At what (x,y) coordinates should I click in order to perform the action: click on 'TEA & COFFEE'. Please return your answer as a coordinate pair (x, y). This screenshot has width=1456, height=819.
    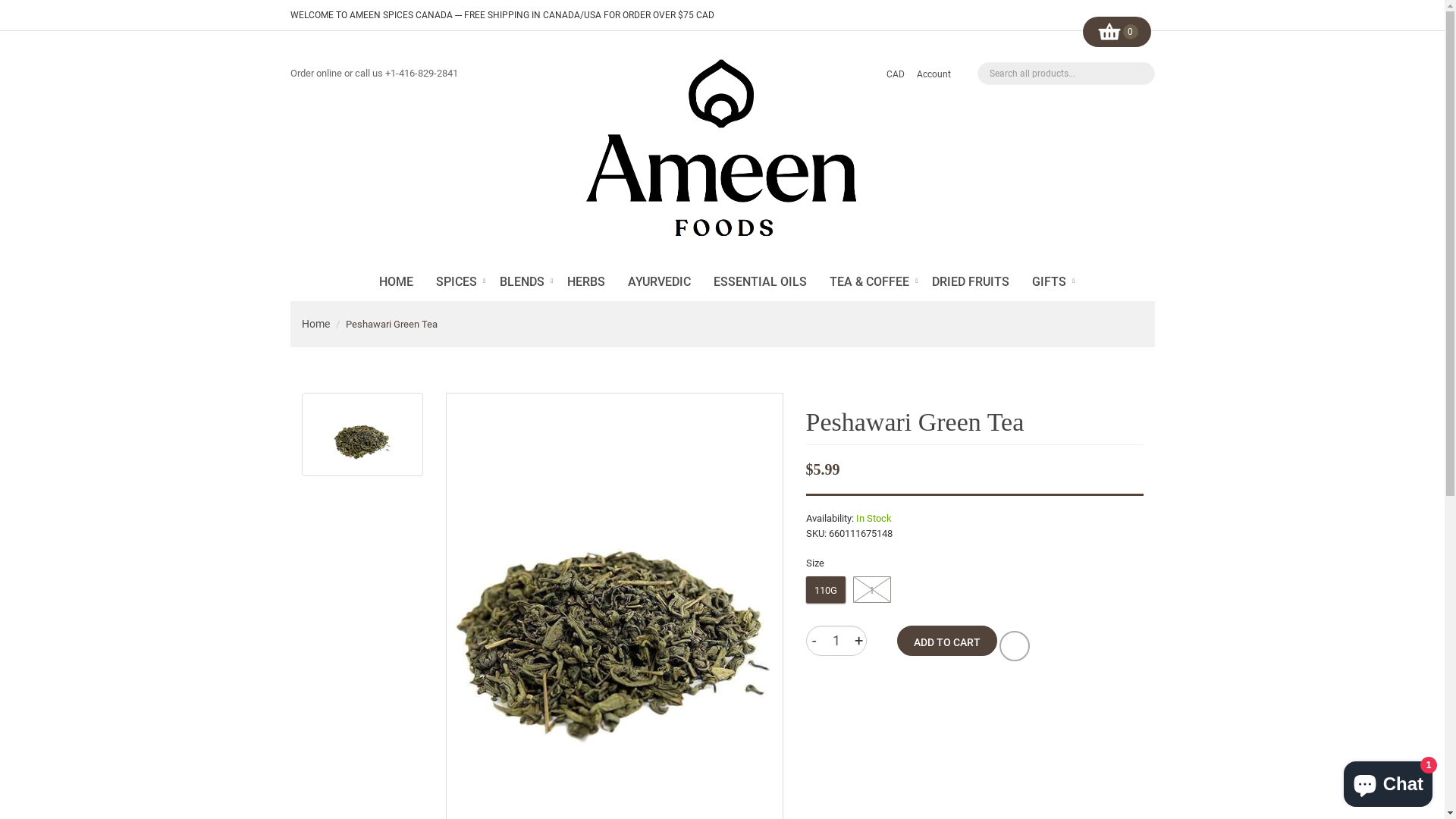
    Looking at the image, I should click on (868, 281).